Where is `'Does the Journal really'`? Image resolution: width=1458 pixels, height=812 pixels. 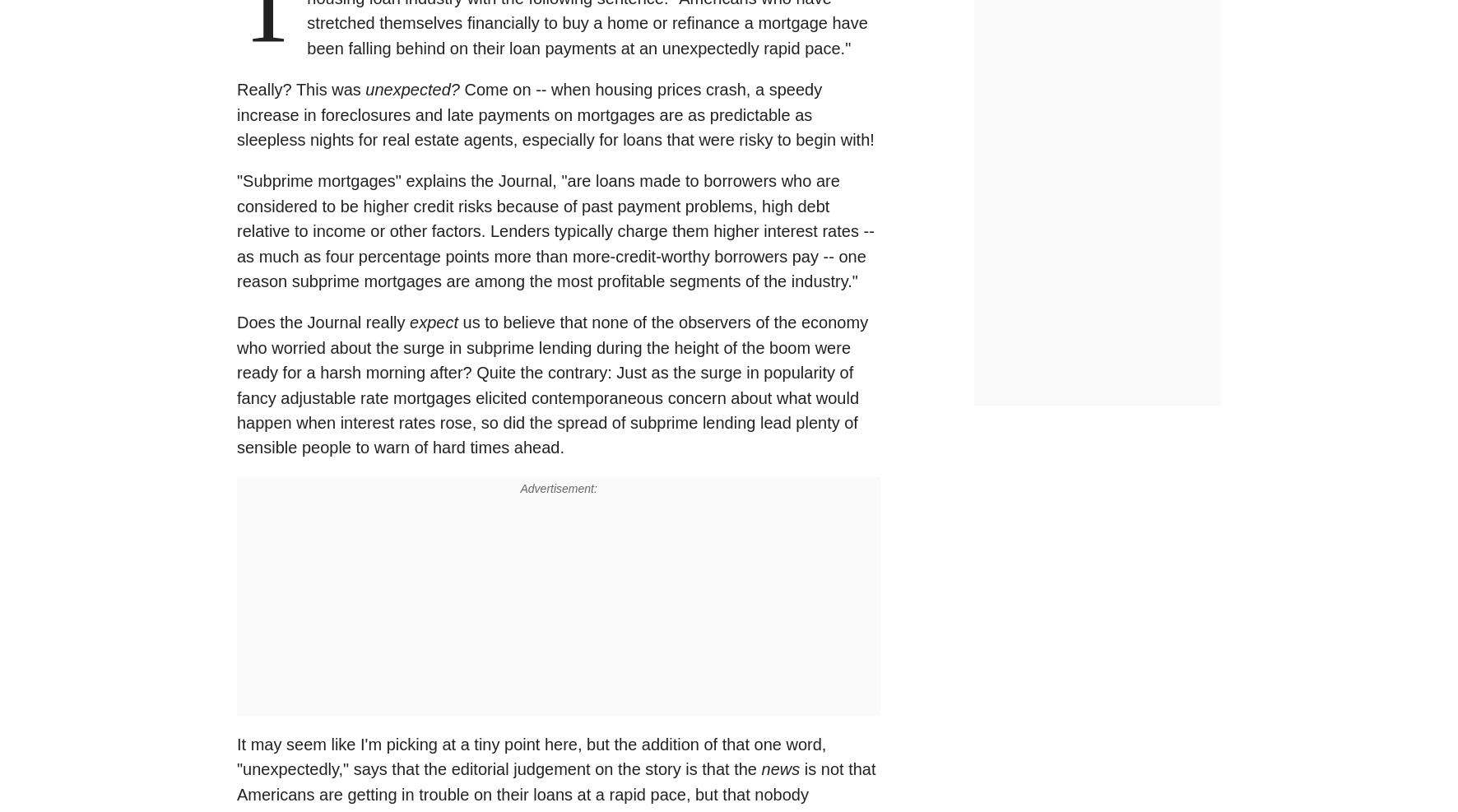 'Does the Journal really' is located at coordinates (323, 322).